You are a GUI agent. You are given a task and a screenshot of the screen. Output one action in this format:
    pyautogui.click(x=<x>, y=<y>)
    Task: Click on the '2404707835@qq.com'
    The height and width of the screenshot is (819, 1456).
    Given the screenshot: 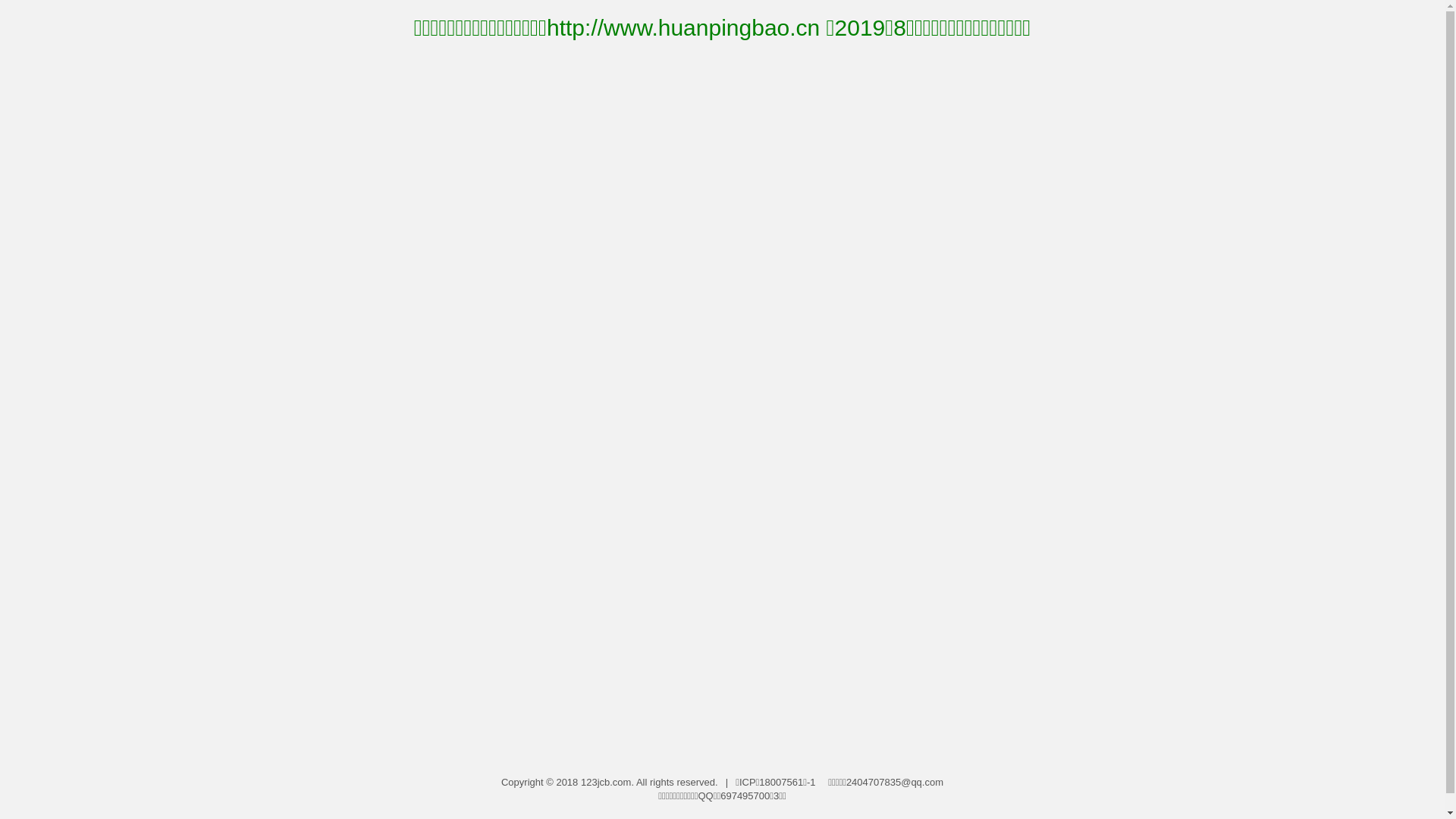 What is the action you would take?
    pyautogui.click(x=895, y=782)
    